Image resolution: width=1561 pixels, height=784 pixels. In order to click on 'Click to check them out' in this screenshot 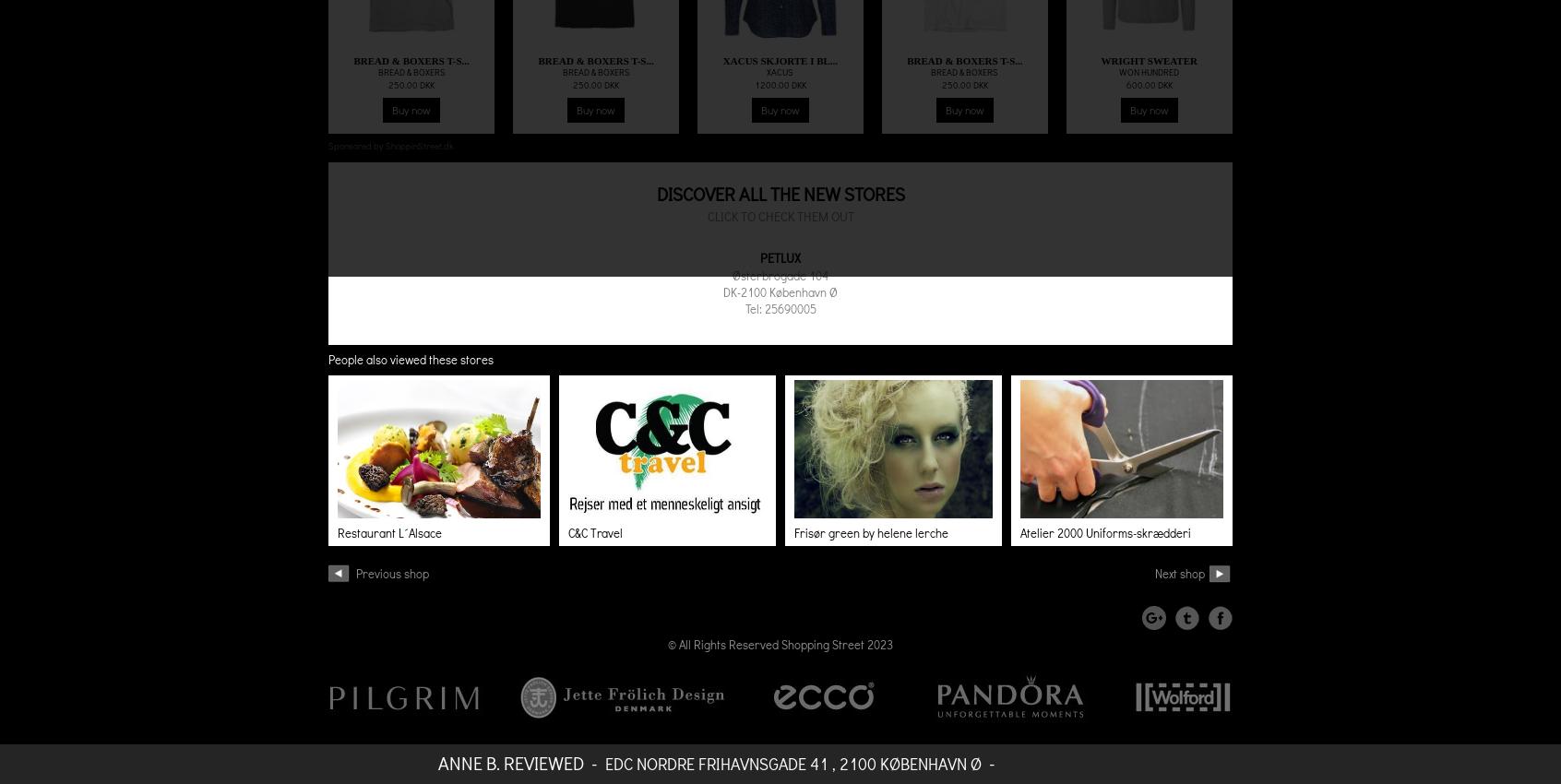, I will do `click(780, 216)`.